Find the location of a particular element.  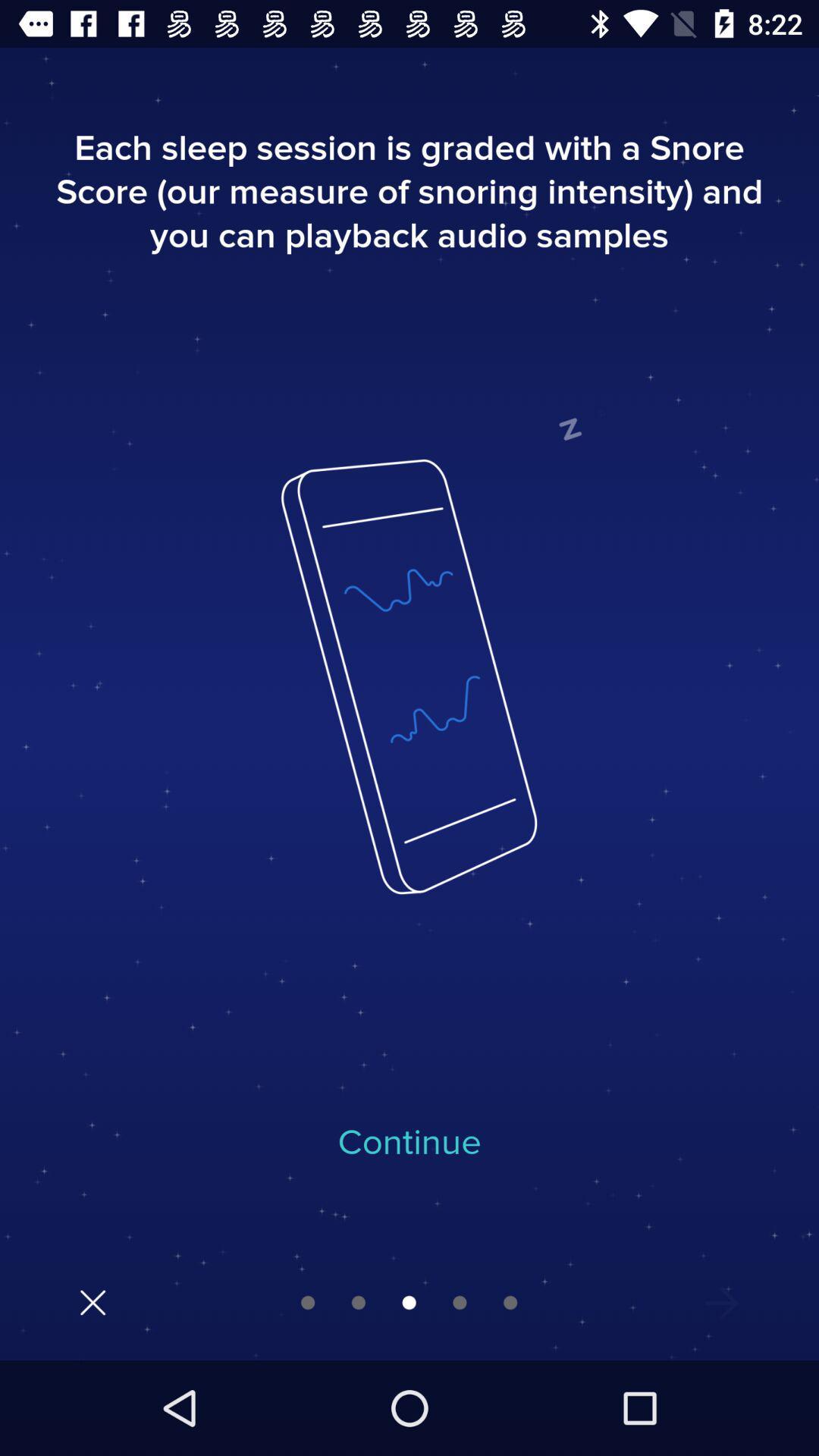

cross button is located at coordinates (93, 1301).